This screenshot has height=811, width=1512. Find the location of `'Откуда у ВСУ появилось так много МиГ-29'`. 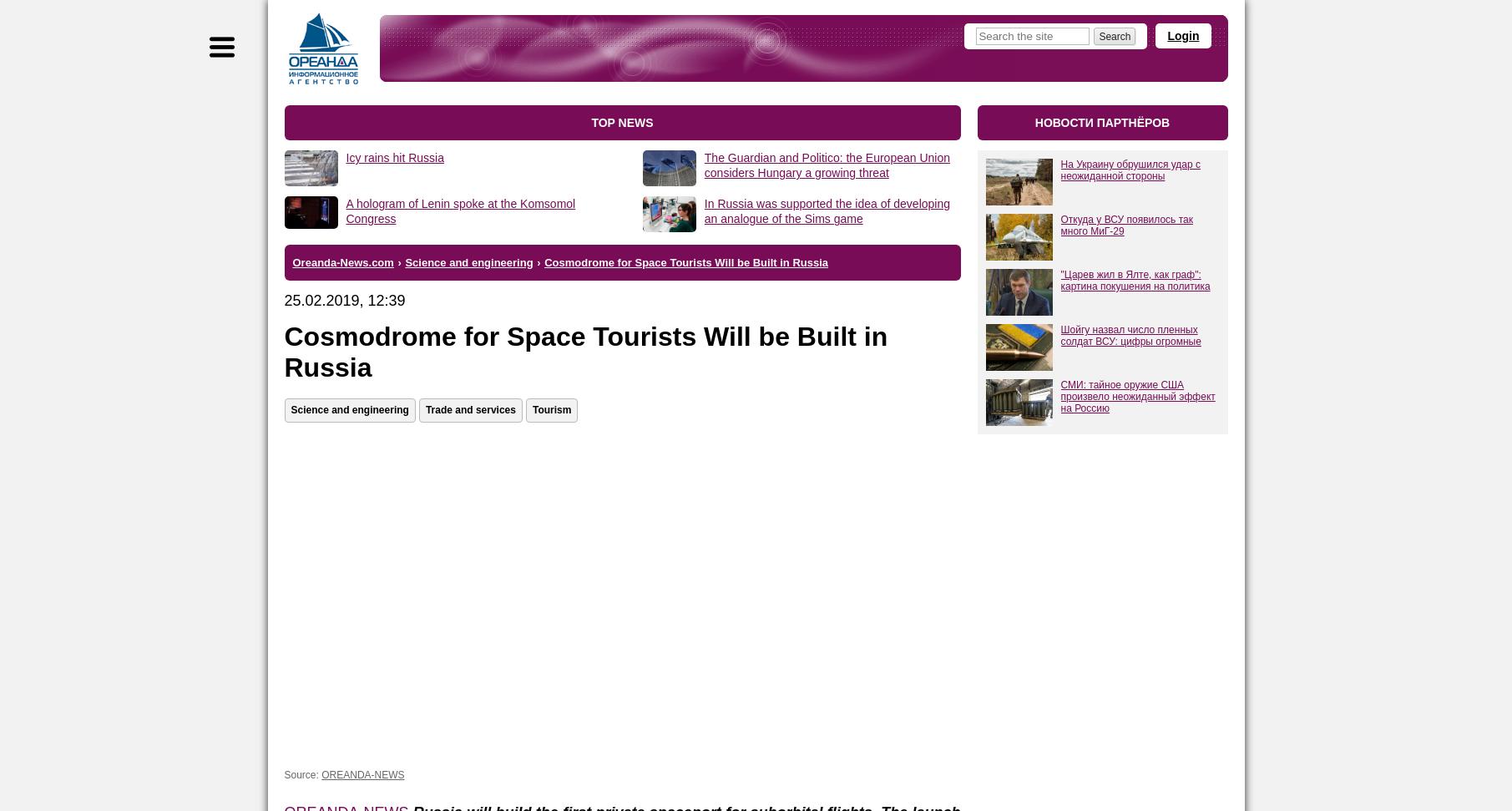

'Откуда у ВСУ появилось так много МиГ-29' is located at coordinates (1125, 226).